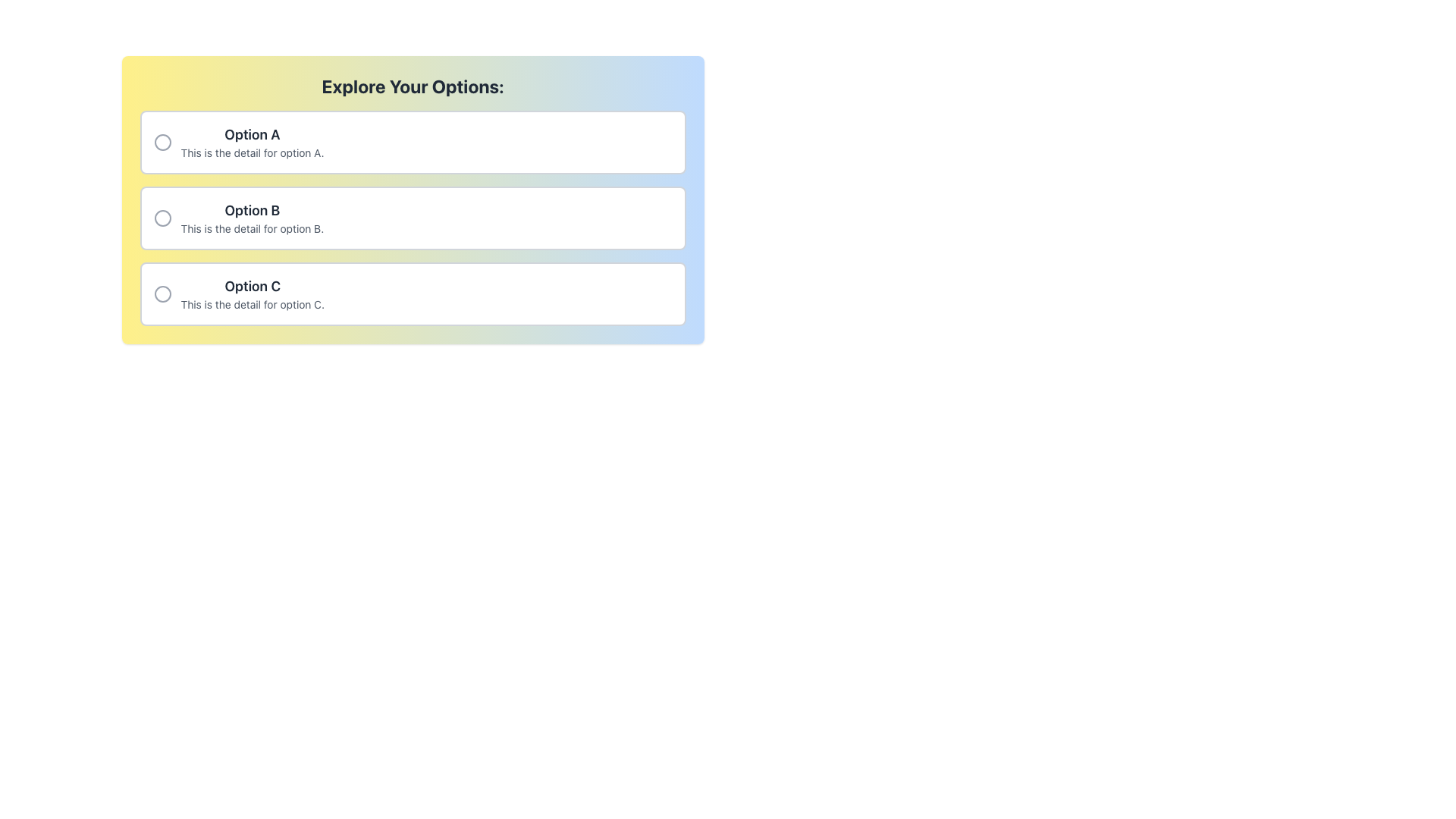 The height and width of the screenshot is (819, 1456). What do you see at coordinates (252, 228) in the screenshot?
I see `the Text Label providing additional information for 'Option B', located below the title and above the horizontal divider` at bounding box center [252, 228].